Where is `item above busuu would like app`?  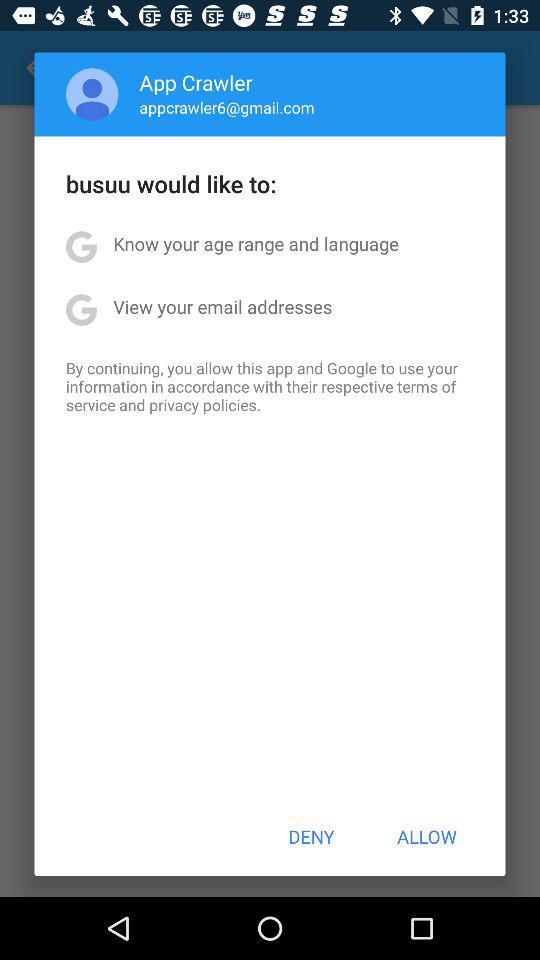
item above busuu would like app is located at coordinates (91, 94).